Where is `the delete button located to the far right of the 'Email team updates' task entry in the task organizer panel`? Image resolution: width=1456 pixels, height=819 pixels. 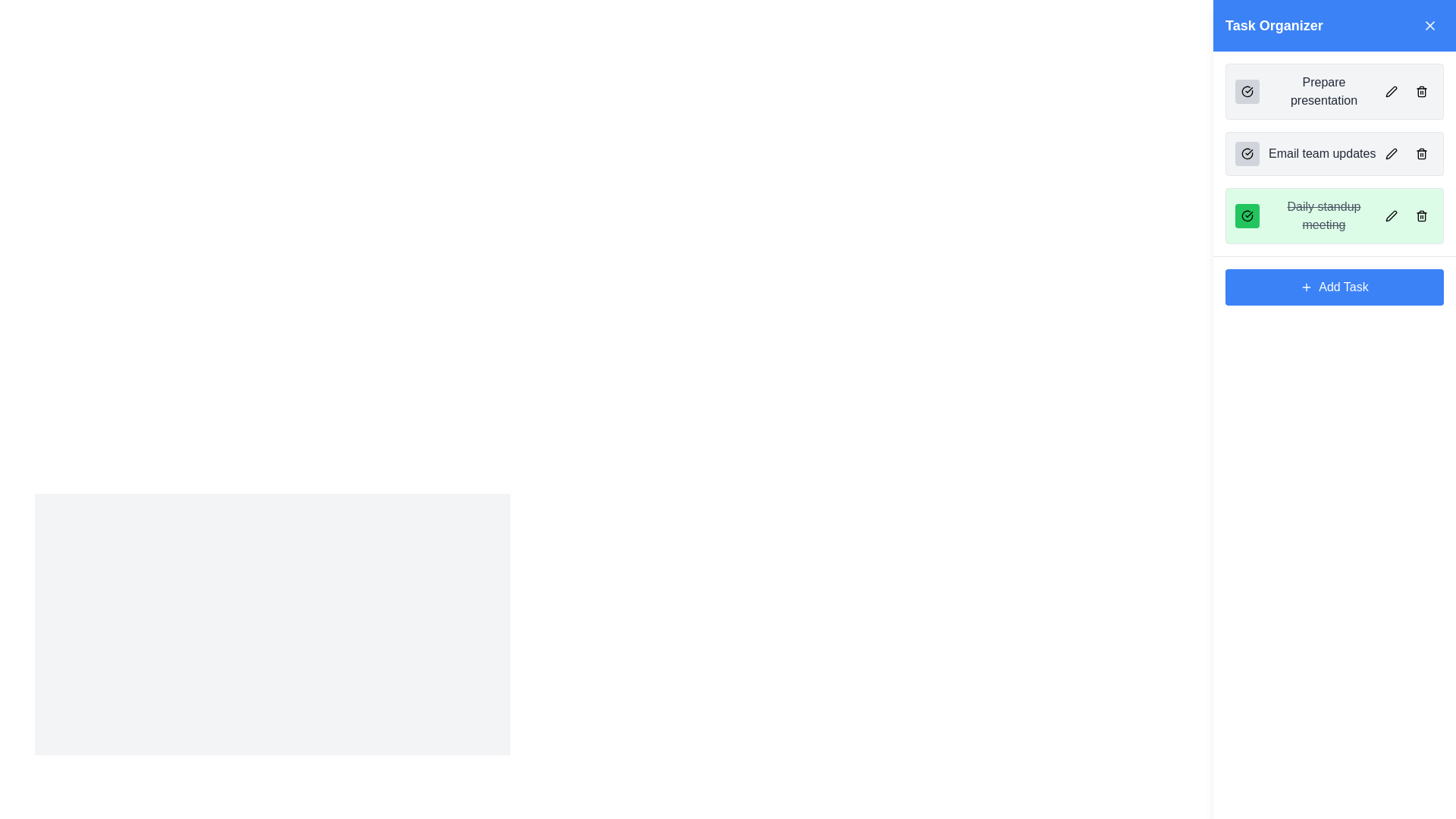
the delete button located to the far right of the 'Email team updates' task entry in the task organizer panel is located at coordinates (1421, 154).